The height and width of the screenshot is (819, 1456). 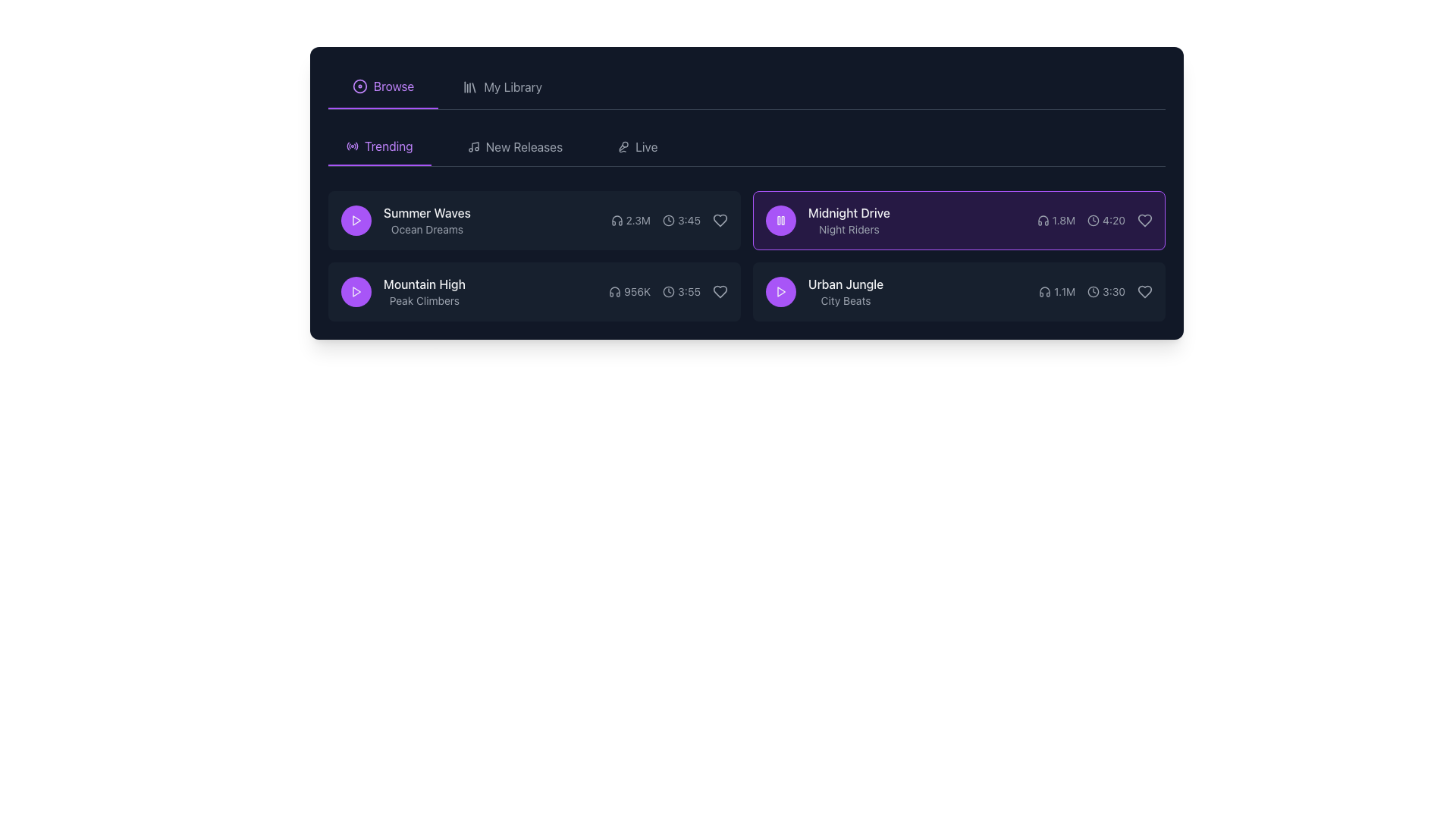 What do you see at coordinates (1056, 292) in the screenshot?
I see `the text label '1.1M' next to the headphones icon in the lower right segment of the song list interface, positioned to the left of the duration text '3:30'` at bounding box center [1056, 292].